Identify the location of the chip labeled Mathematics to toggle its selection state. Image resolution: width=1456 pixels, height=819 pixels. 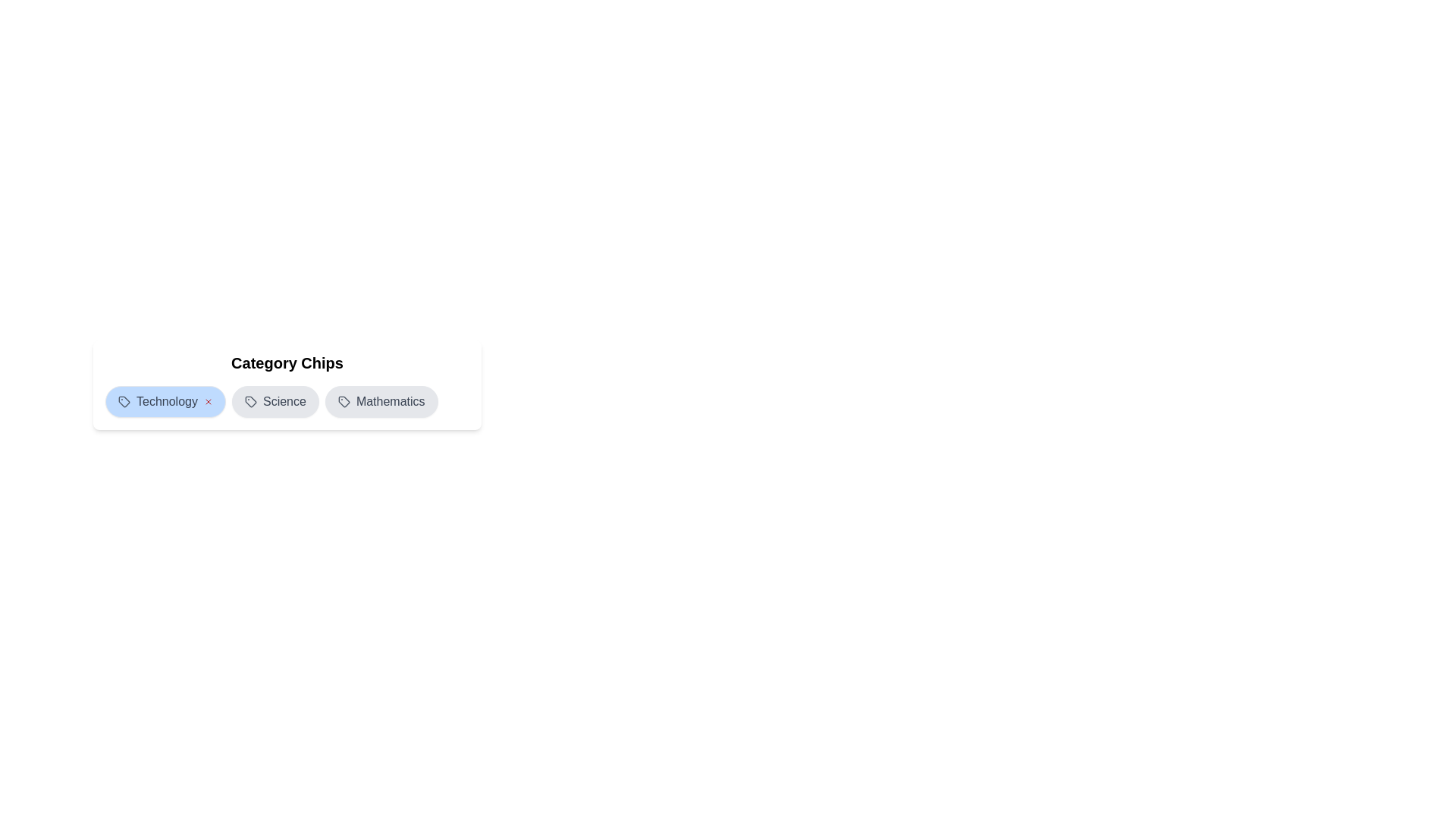
(381, 400).